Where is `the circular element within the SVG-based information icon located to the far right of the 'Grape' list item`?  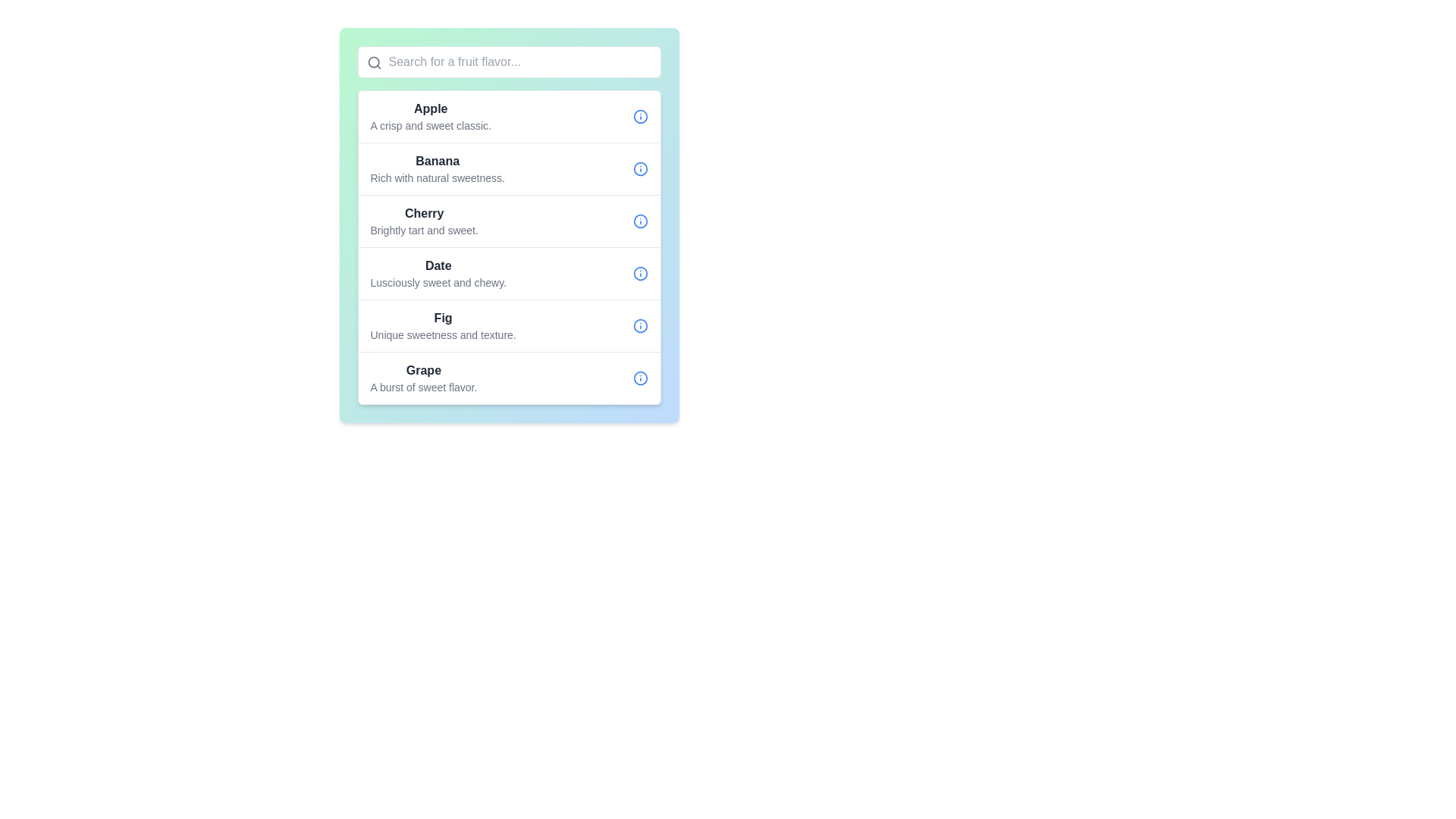
the circular element within the SVG-based information icon located to the far right of the 'Grape' list item is located at coordinates (640, 377).